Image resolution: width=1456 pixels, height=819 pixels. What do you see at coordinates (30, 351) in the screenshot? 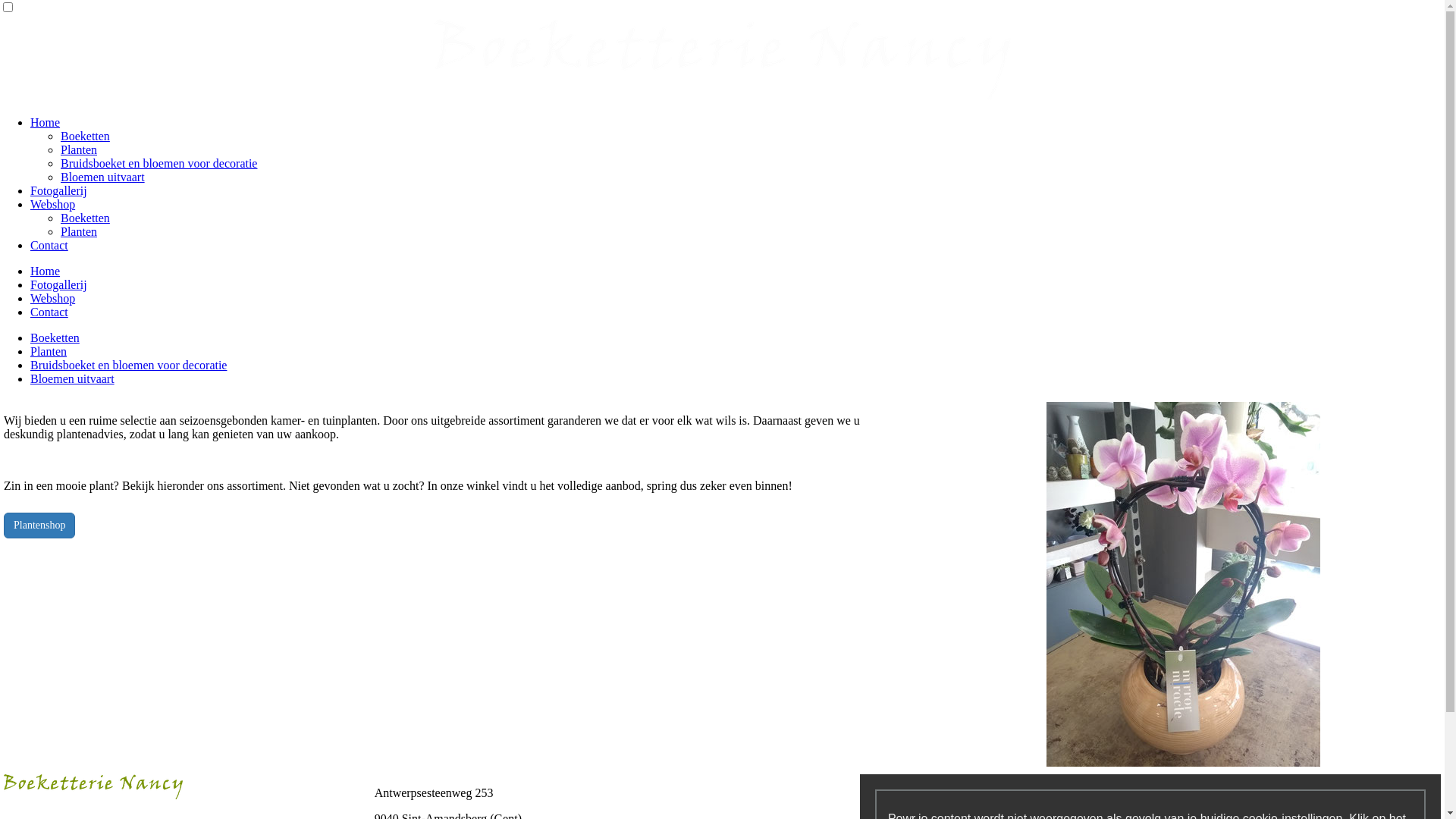
I see `'Planten'` at bounding box center [30, 351].